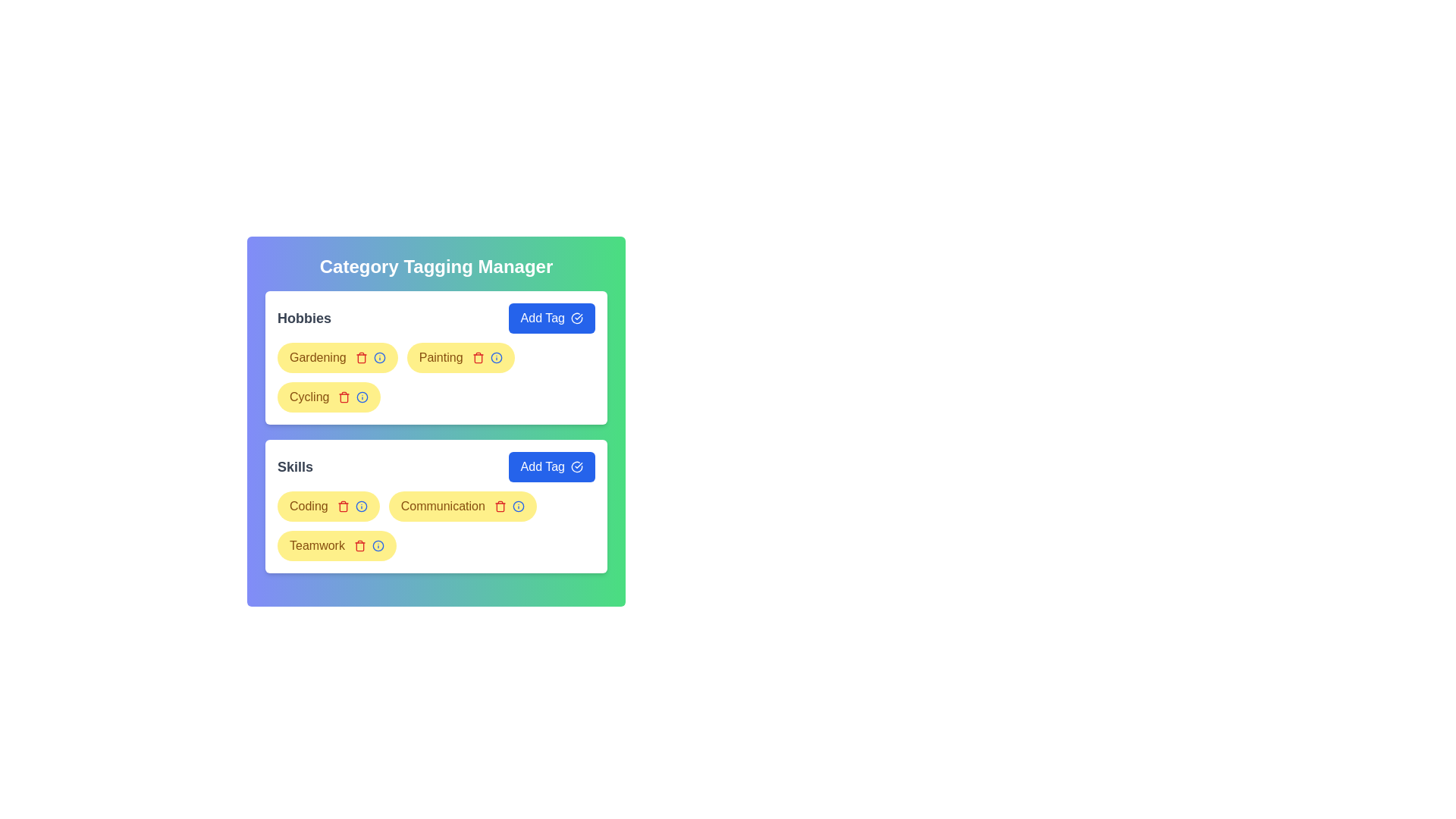 This screenshot has height=819, width=1456. What do you see at coordinates (551, 318) in the screenshot?
I see `the rectangular blue button labeled 'Add Tag' with a checkmark icon, located in the 'Hobbies' section of the 'Category Tagging Manager'` at bounding box center [551, 318].